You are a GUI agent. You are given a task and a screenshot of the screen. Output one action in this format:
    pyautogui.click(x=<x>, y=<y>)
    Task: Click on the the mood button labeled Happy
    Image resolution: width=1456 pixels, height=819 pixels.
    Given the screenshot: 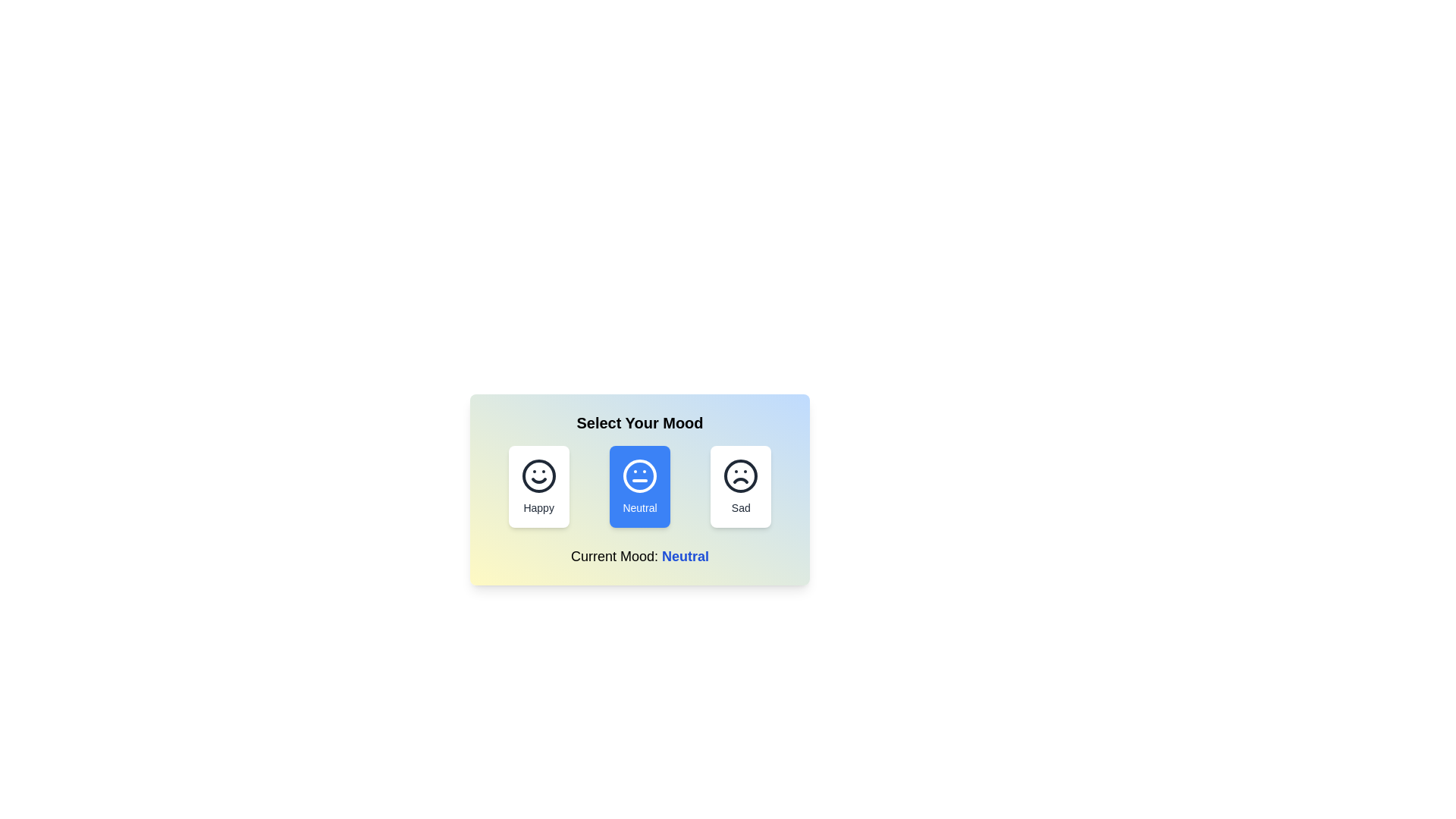 What is the action you would take?
    pyautogui.click(x=538, y=486)
    